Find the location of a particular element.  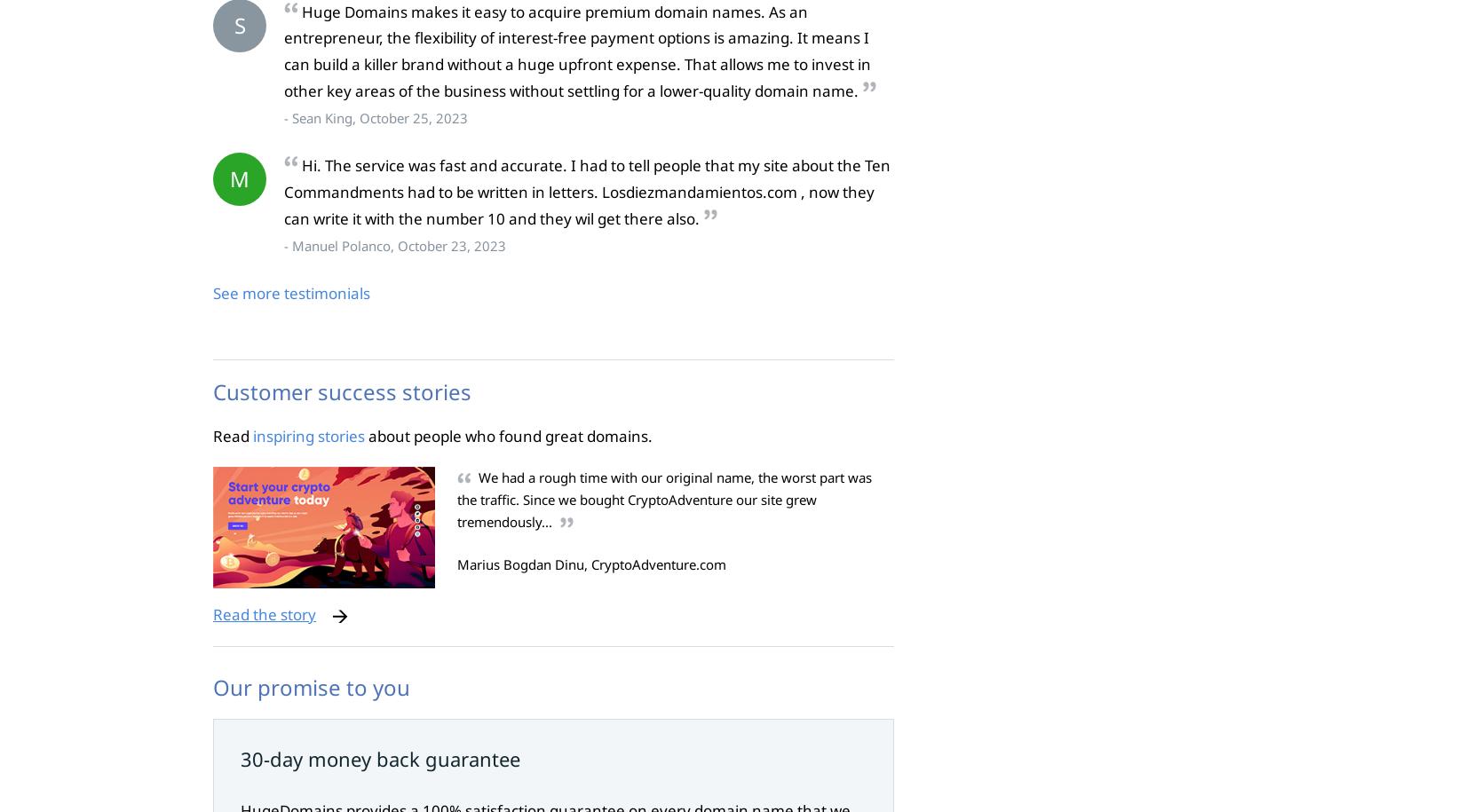

'S' is located at coordinates (239, 24).